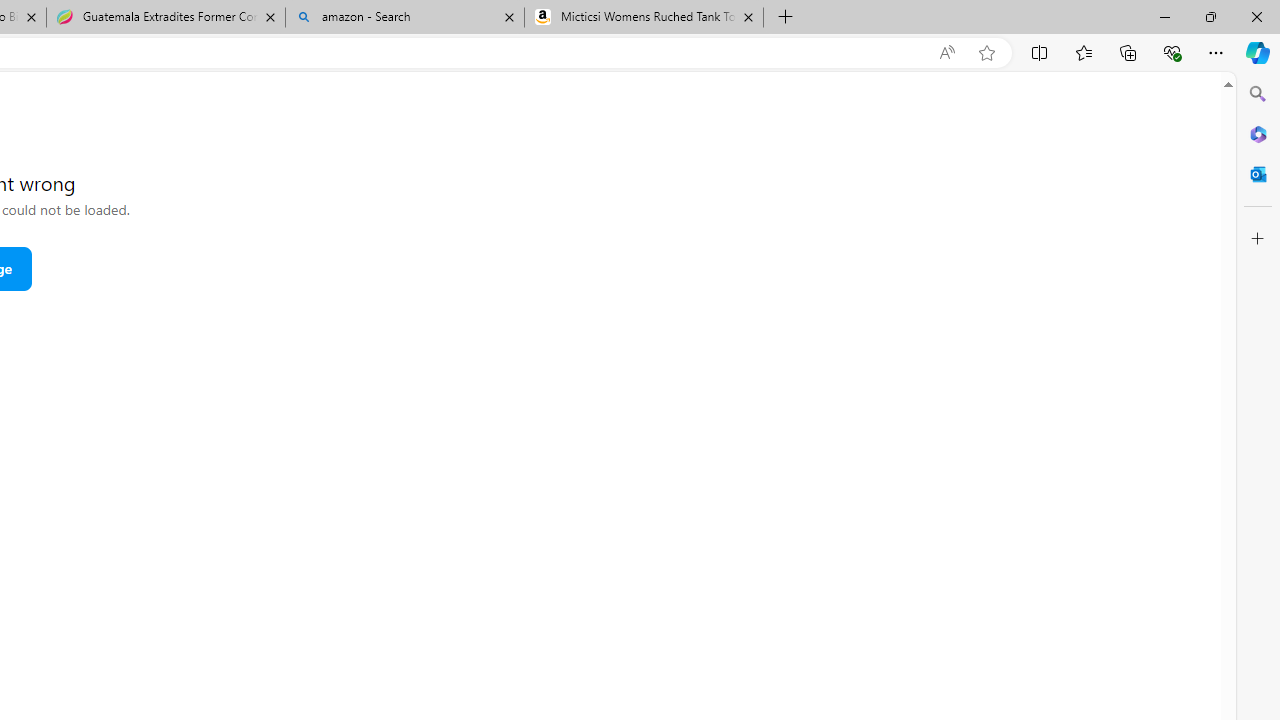 The width and height of the screenshot is (1280, 720). What do you see at coordinates (1040, 51) in the screenshot?
I see `'Split screen'` at bounding box center [1040, 51].